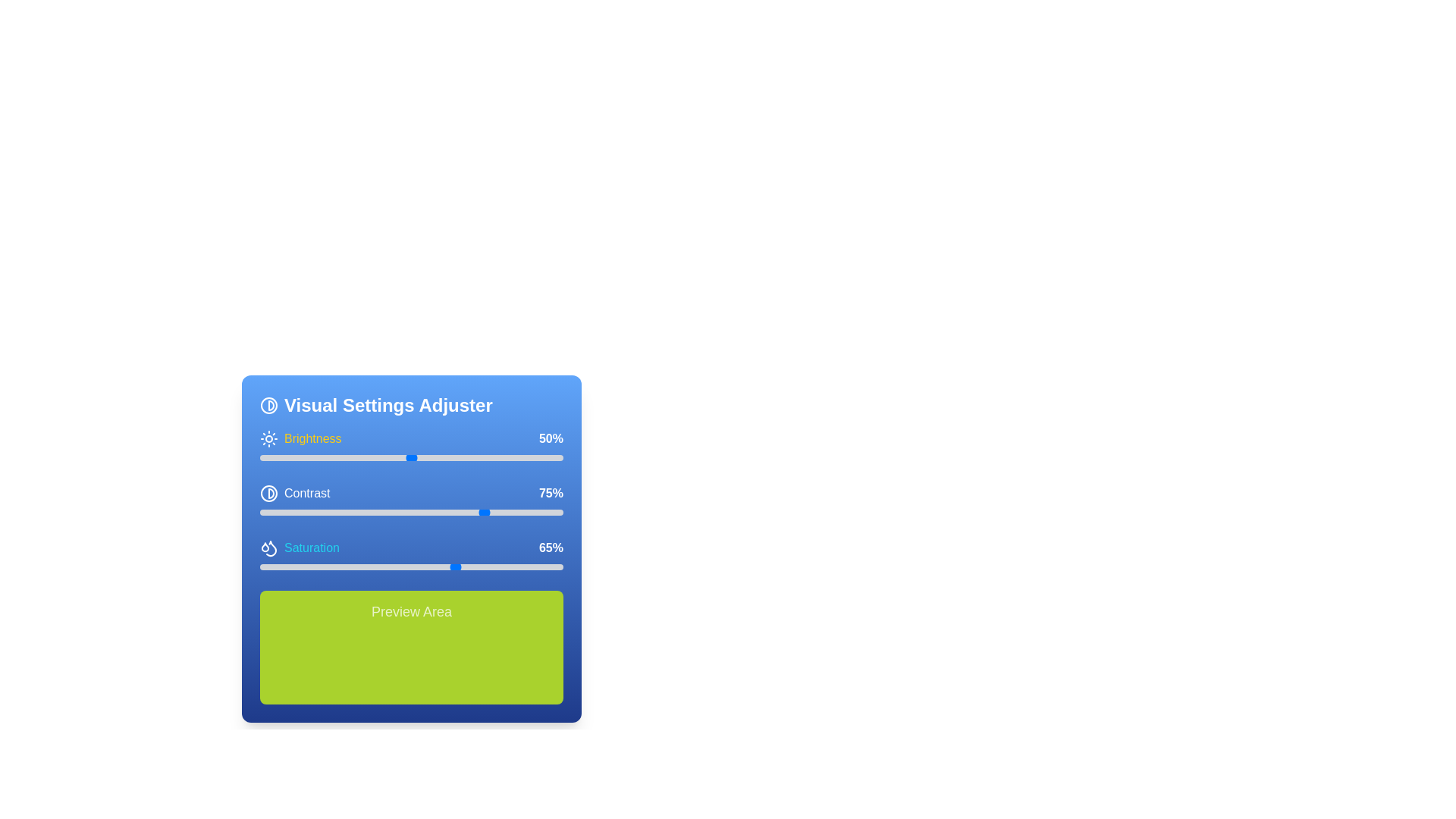 This screenshot has width=1456, height=819. Describe the element at coordinates (296, 457) in the screenshot. I see `the brightness level` at that location.